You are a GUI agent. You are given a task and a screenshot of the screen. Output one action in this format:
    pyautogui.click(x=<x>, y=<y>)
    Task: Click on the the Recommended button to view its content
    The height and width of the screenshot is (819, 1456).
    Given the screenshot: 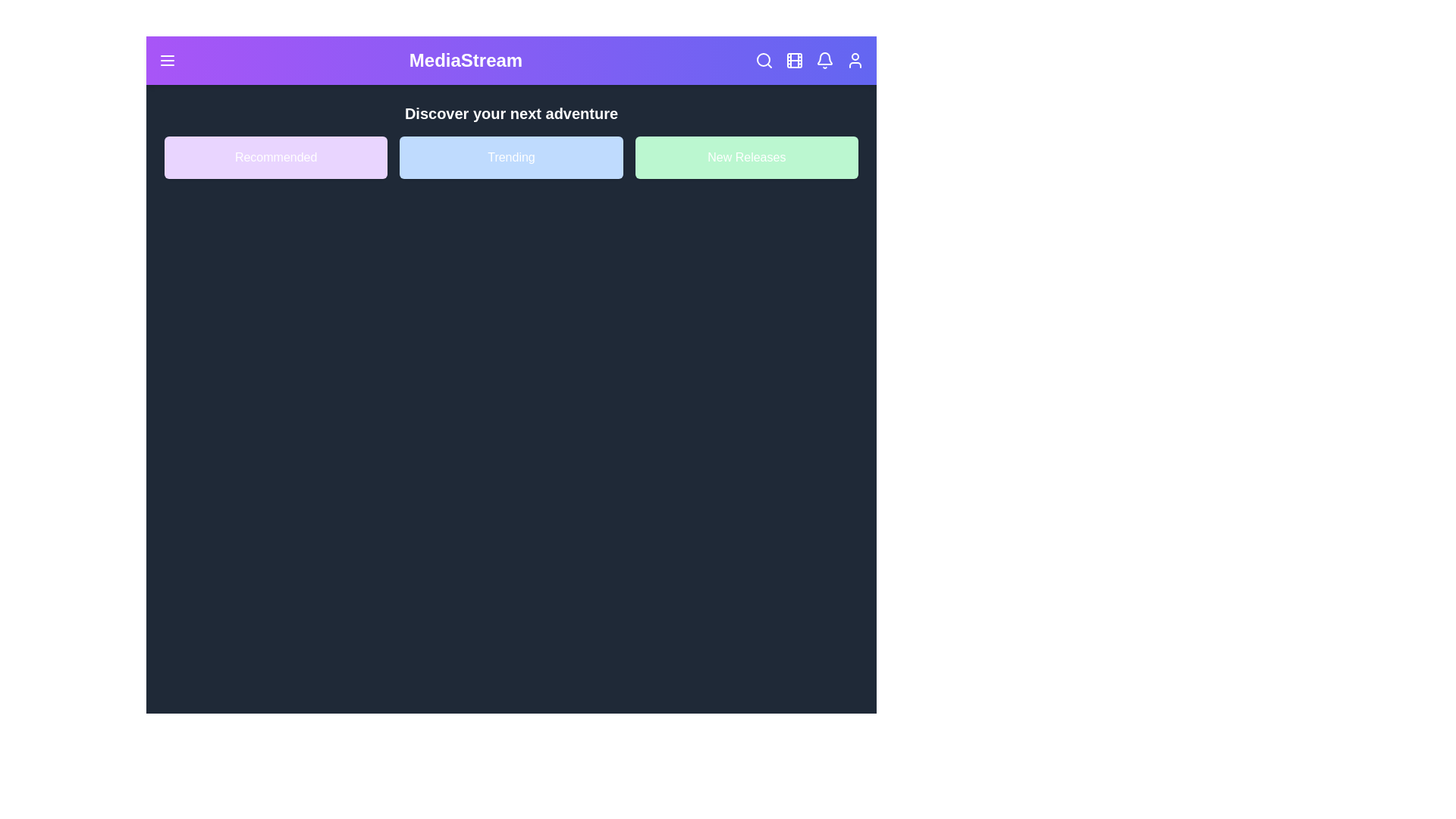 What is the action you would take?
    pyautogui.click(x=276, y=158)
    